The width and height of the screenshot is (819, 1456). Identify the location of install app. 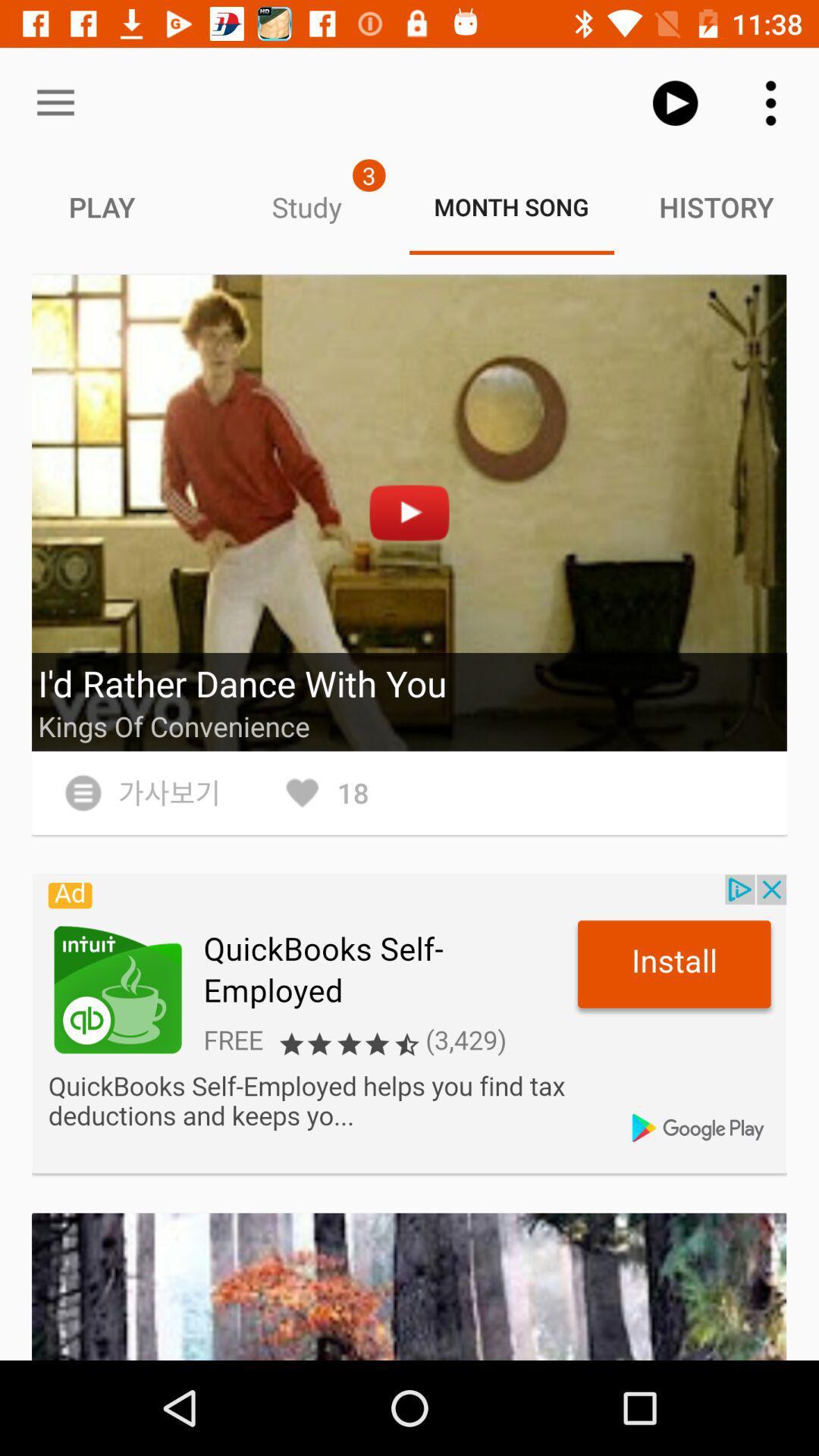
(409, 1024).